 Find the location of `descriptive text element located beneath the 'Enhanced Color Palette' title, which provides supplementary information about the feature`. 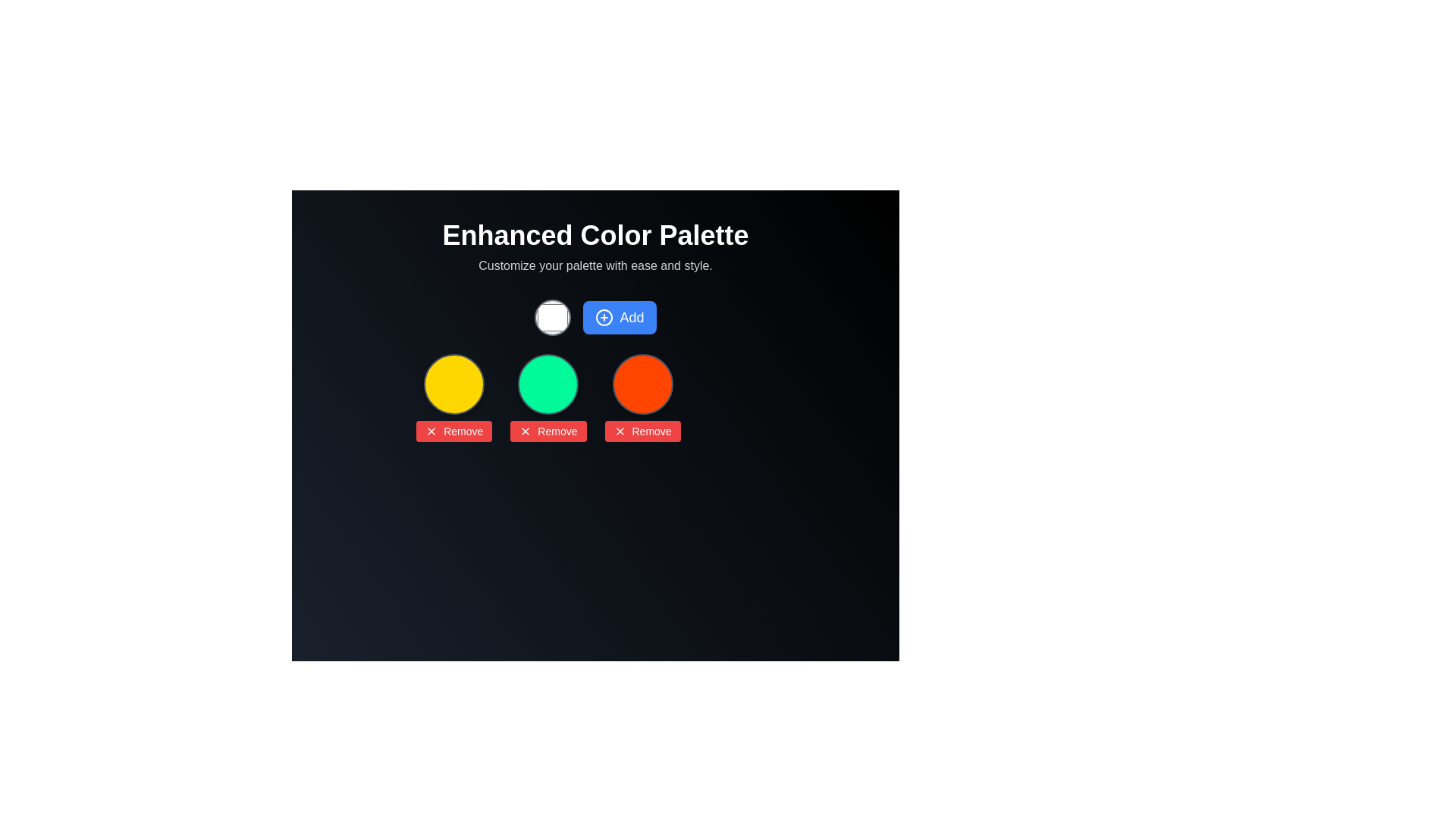

descriptive text element located beneath the 'Enhanced Color Palette' title, which provides supplementary information about the feature is located at coordinates (595, 265).